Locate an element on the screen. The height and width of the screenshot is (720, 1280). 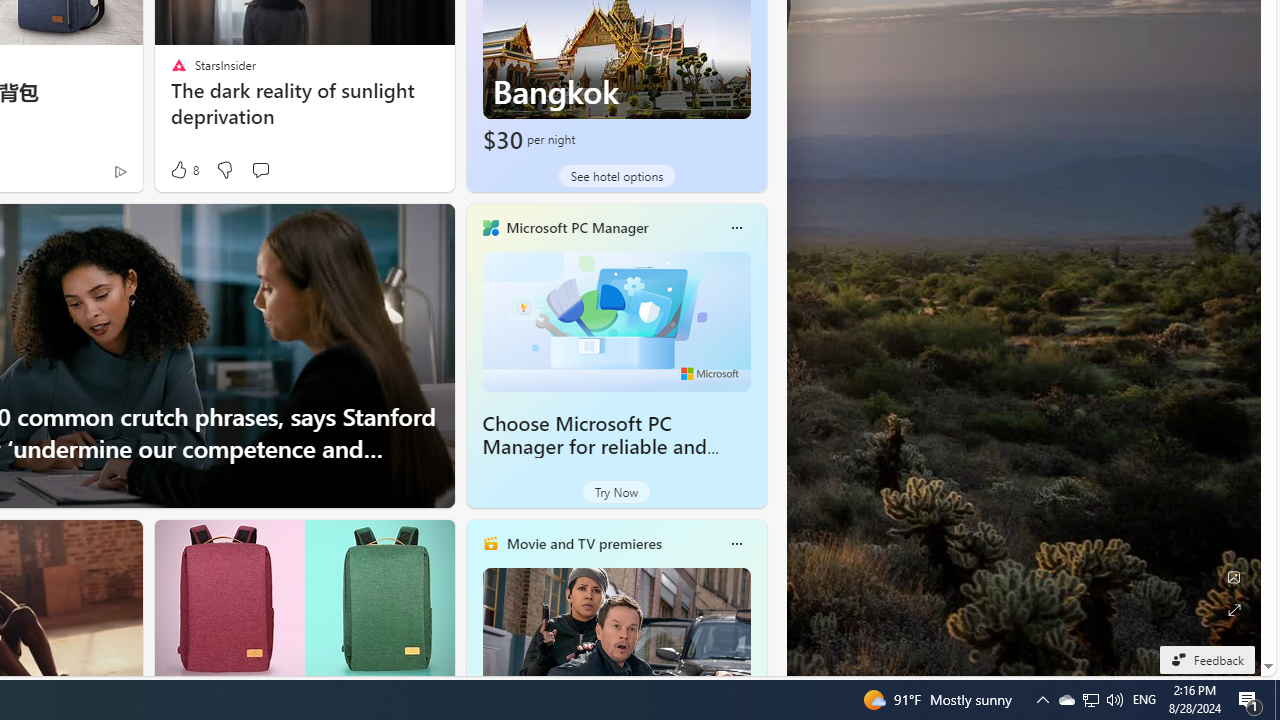
'Microsoft PC Manager' is located at coordinates (576, 226).